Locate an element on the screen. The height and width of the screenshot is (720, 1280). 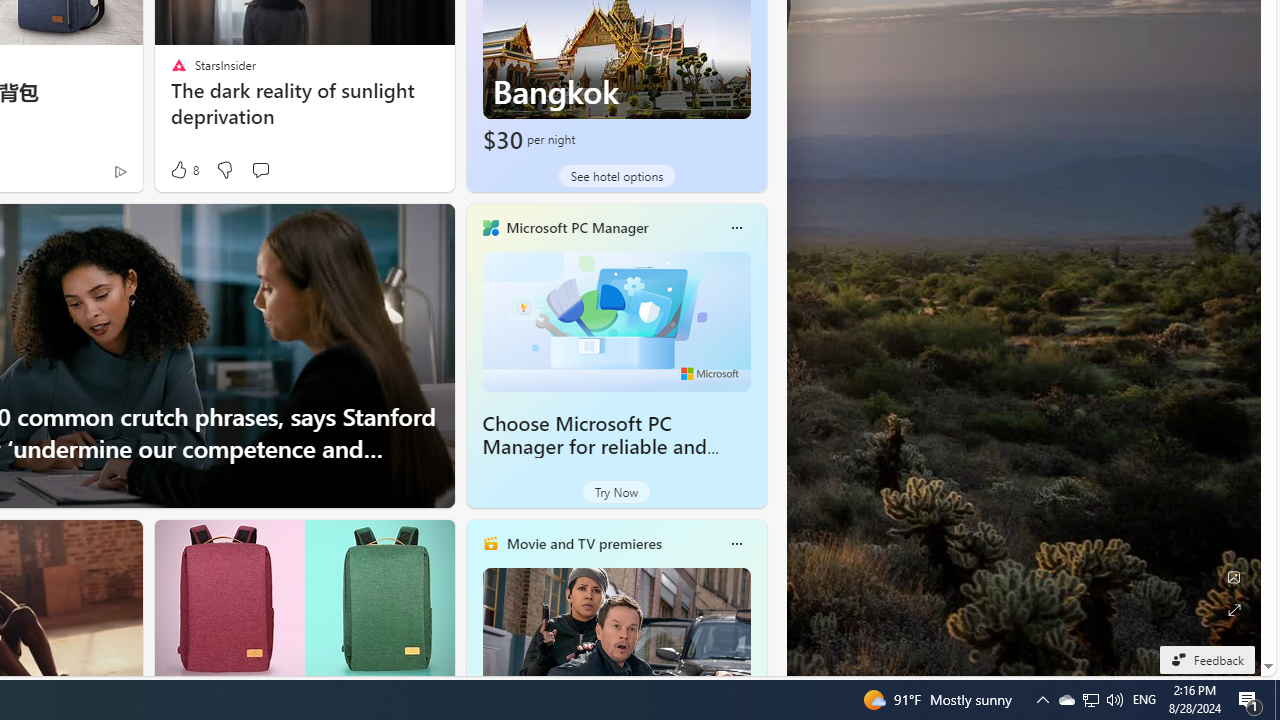
'Microsoft PC Manager' is located at coordinates (576, 226).